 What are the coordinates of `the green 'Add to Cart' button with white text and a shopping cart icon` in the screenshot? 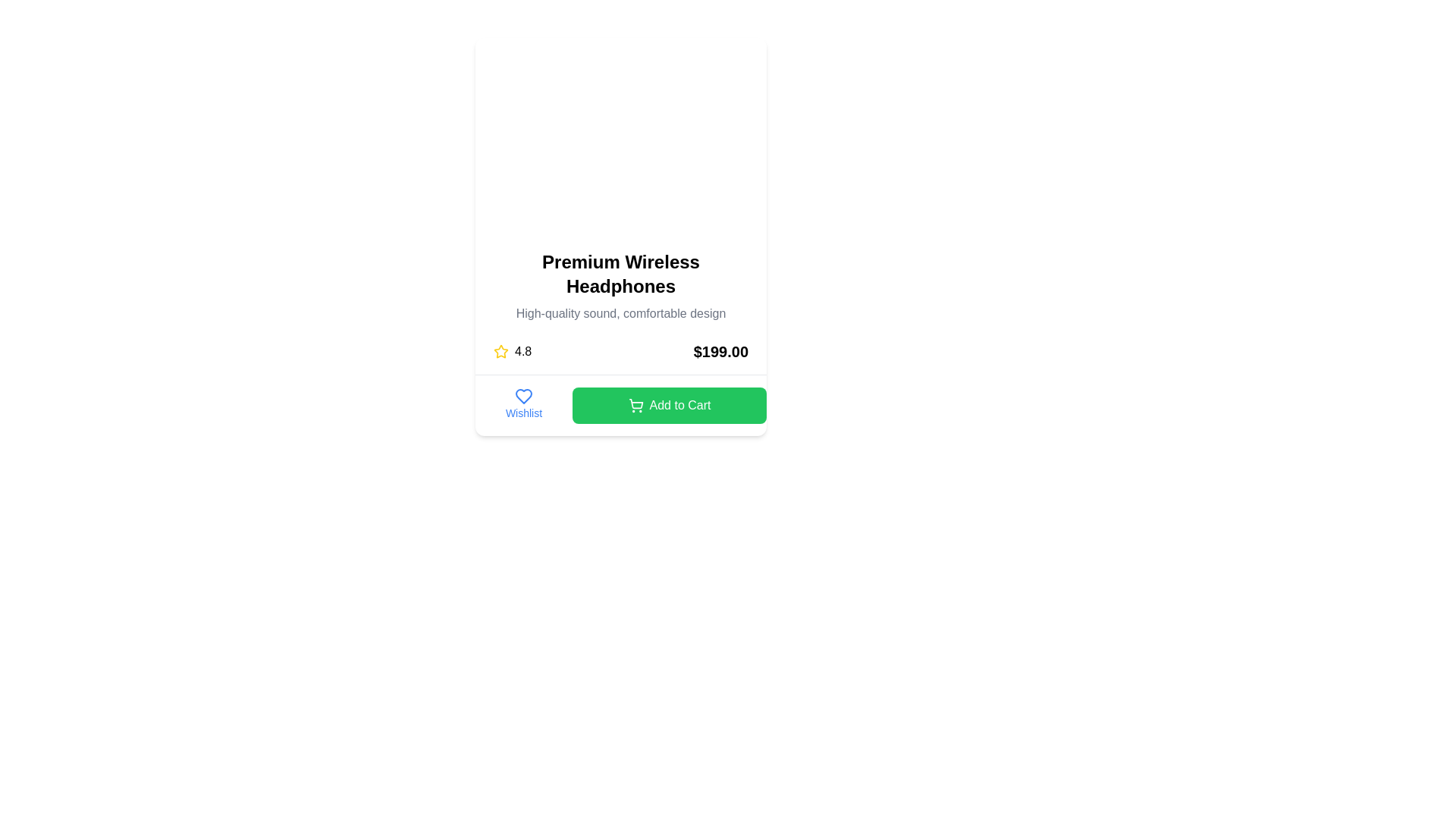 It's located at (669, 405).